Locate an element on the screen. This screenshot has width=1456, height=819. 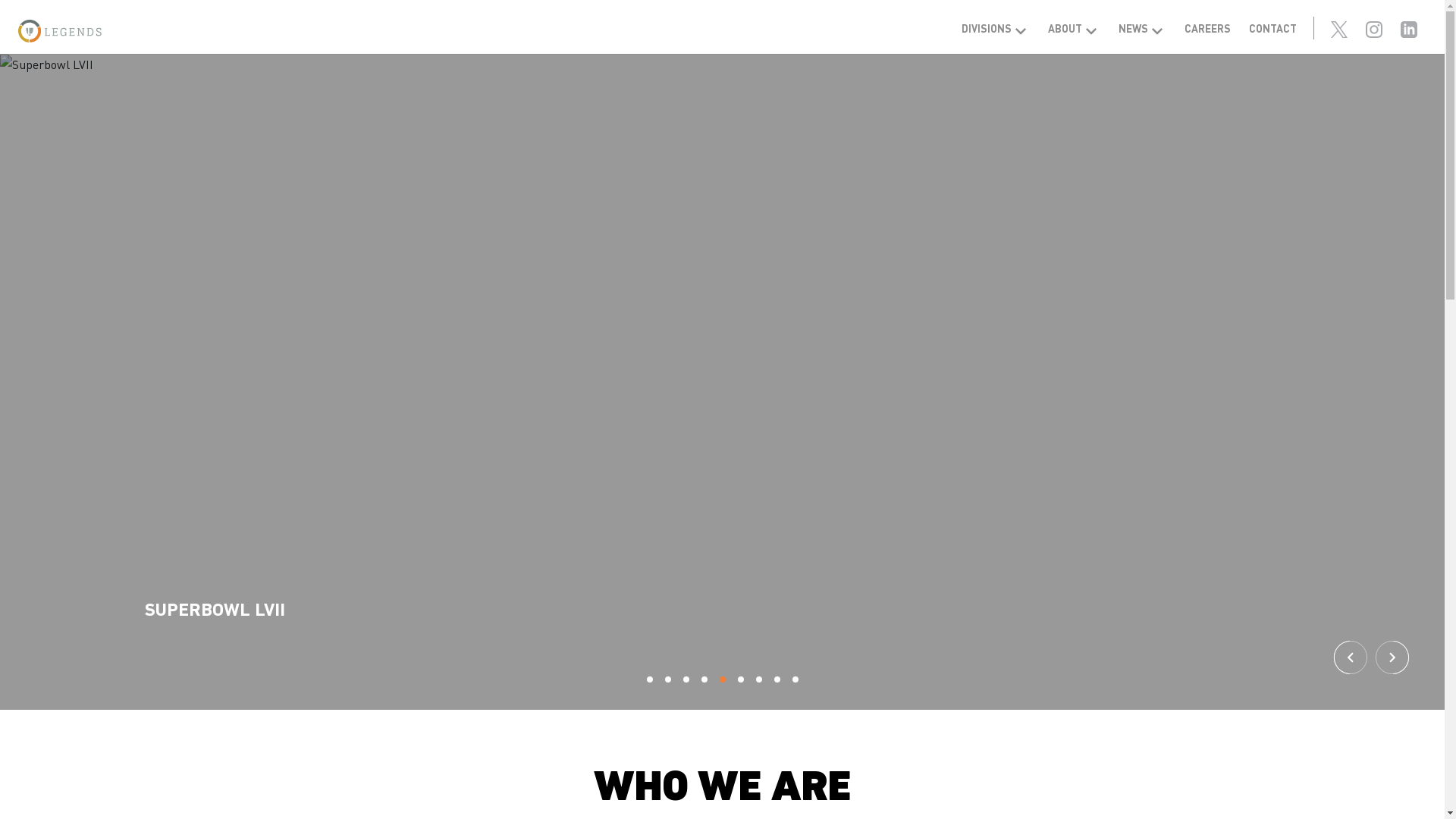
'CONTACT' is located at coordinates (1240, 28).